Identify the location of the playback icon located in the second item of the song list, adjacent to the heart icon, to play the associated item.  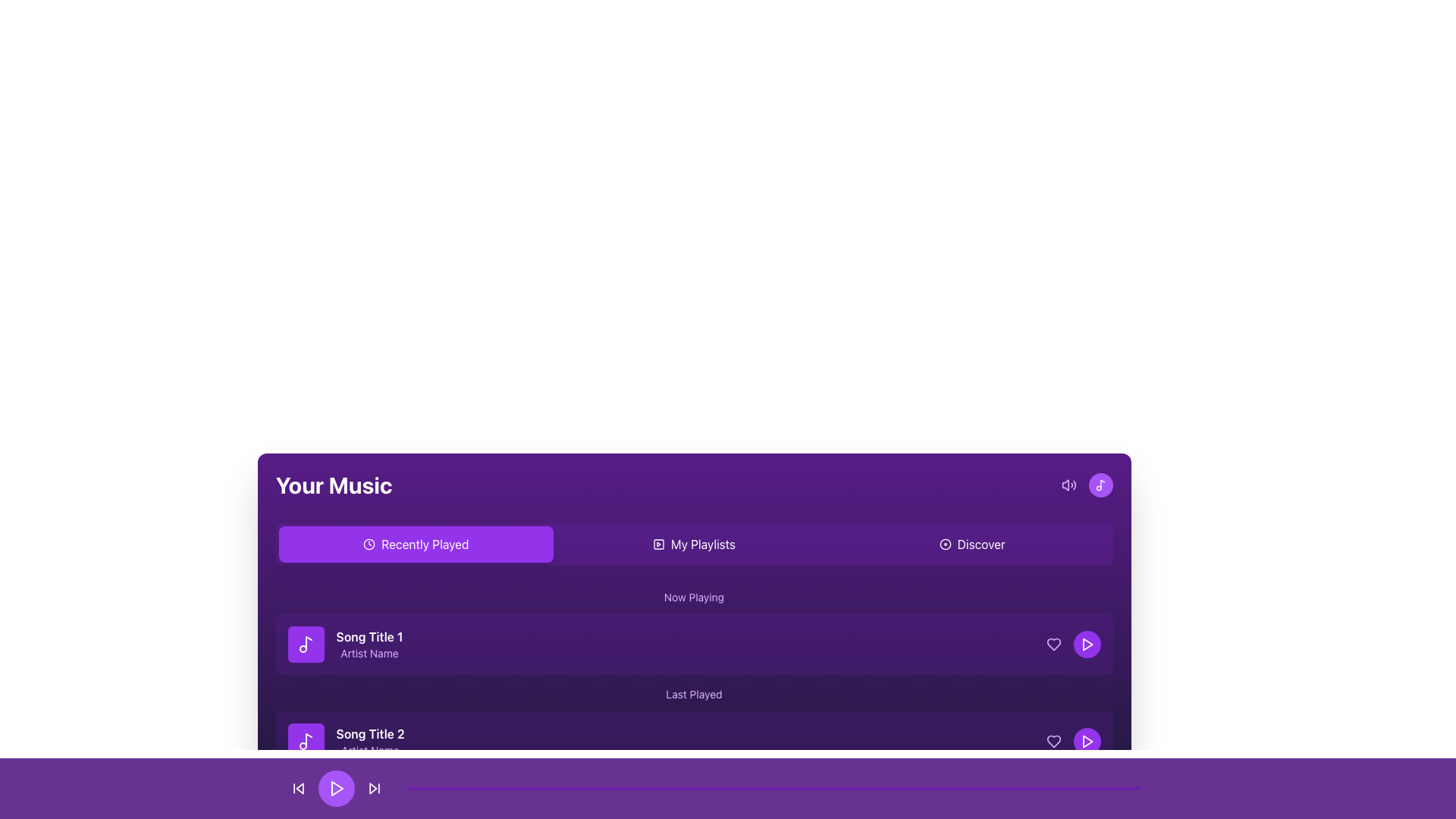
(1087, 644).